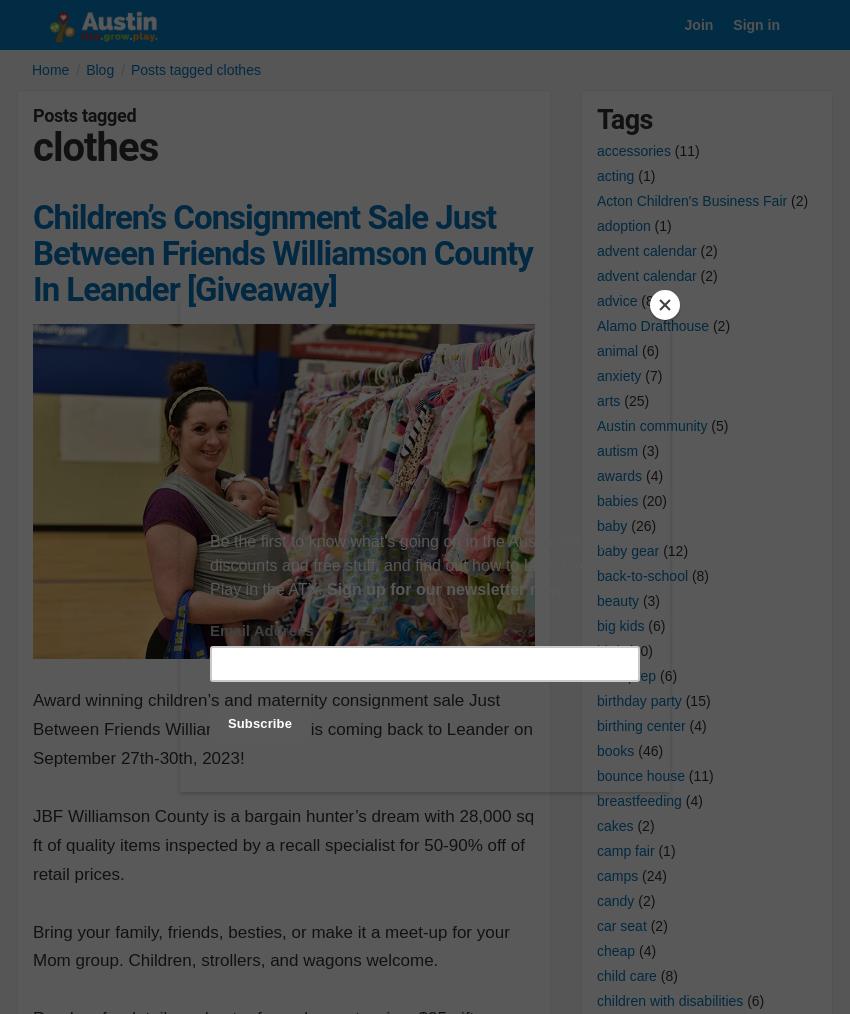 The image size is (850, 1014). What do you see at coordinates (694, 698) in the screenshot?
I see `'(15)'` at bounding box center [694, 698].